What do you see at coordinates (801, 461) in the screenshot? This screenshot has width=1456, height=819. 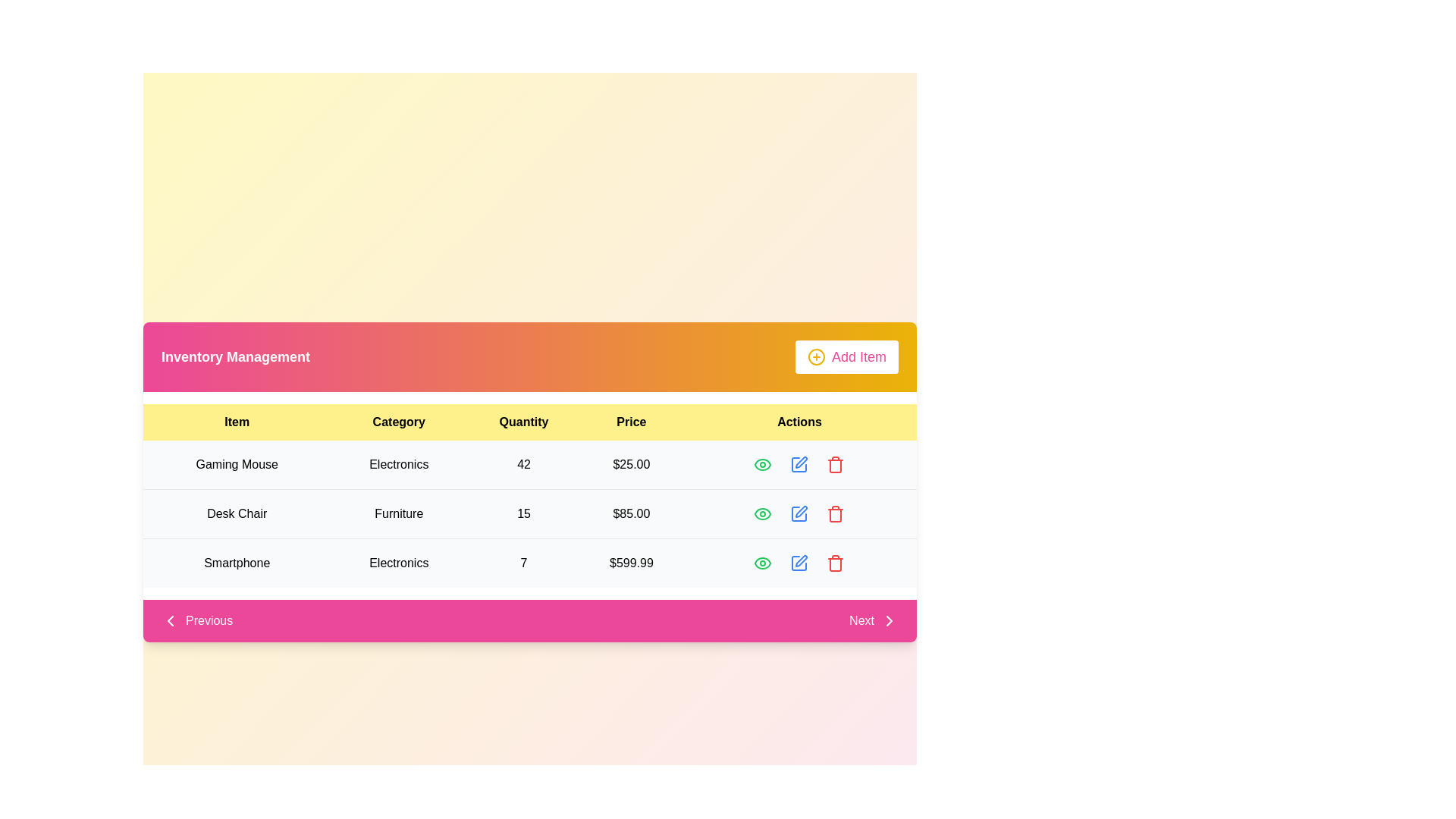 I see `the editing icon (pen inside a square) located in the Actions column of the second row corresponding to the Desk Chair item` at bounding box center [801, 461].